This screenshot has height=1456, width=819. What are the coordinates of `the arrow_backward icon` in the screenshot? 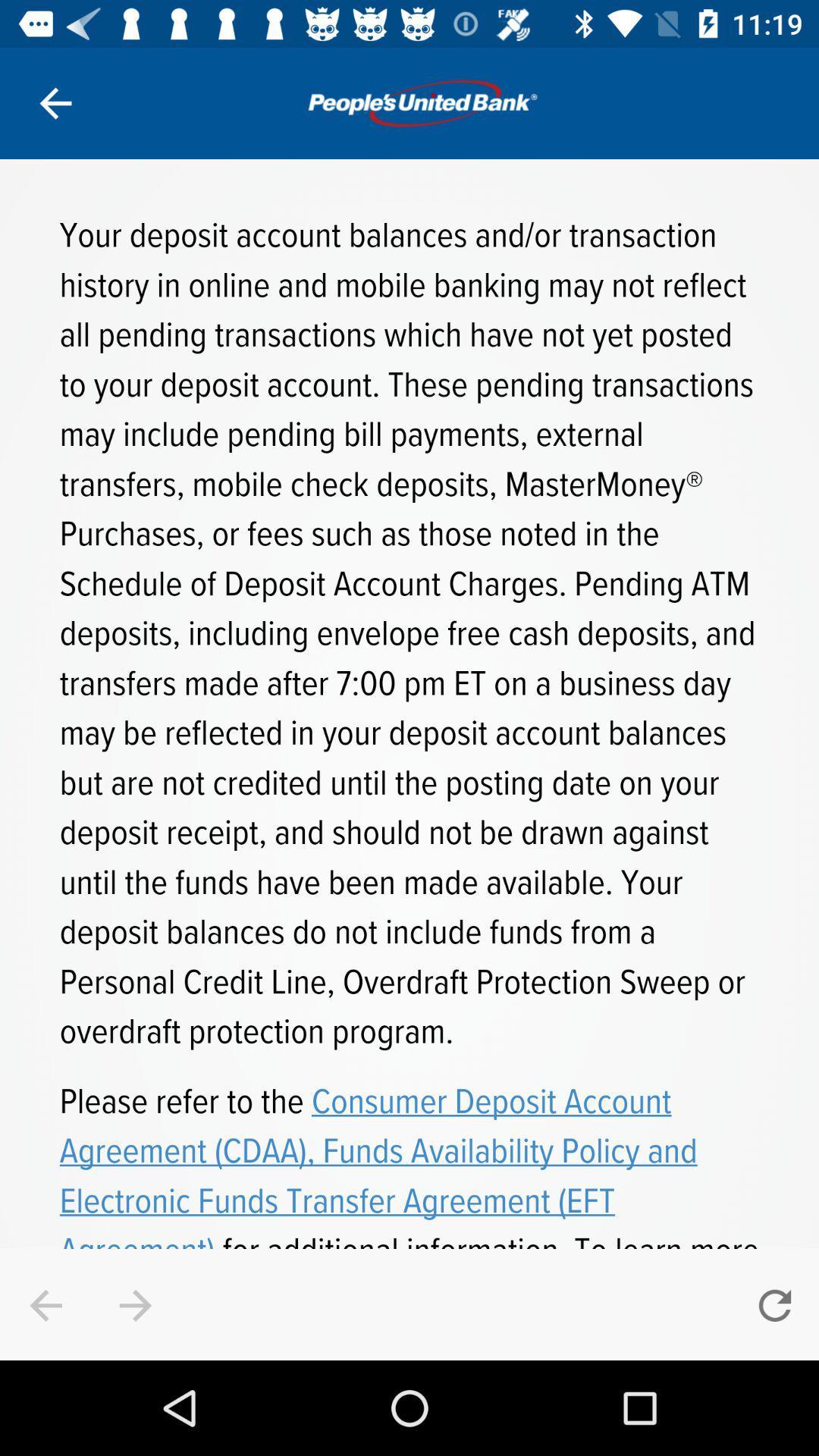 It's located at (44, 1304).